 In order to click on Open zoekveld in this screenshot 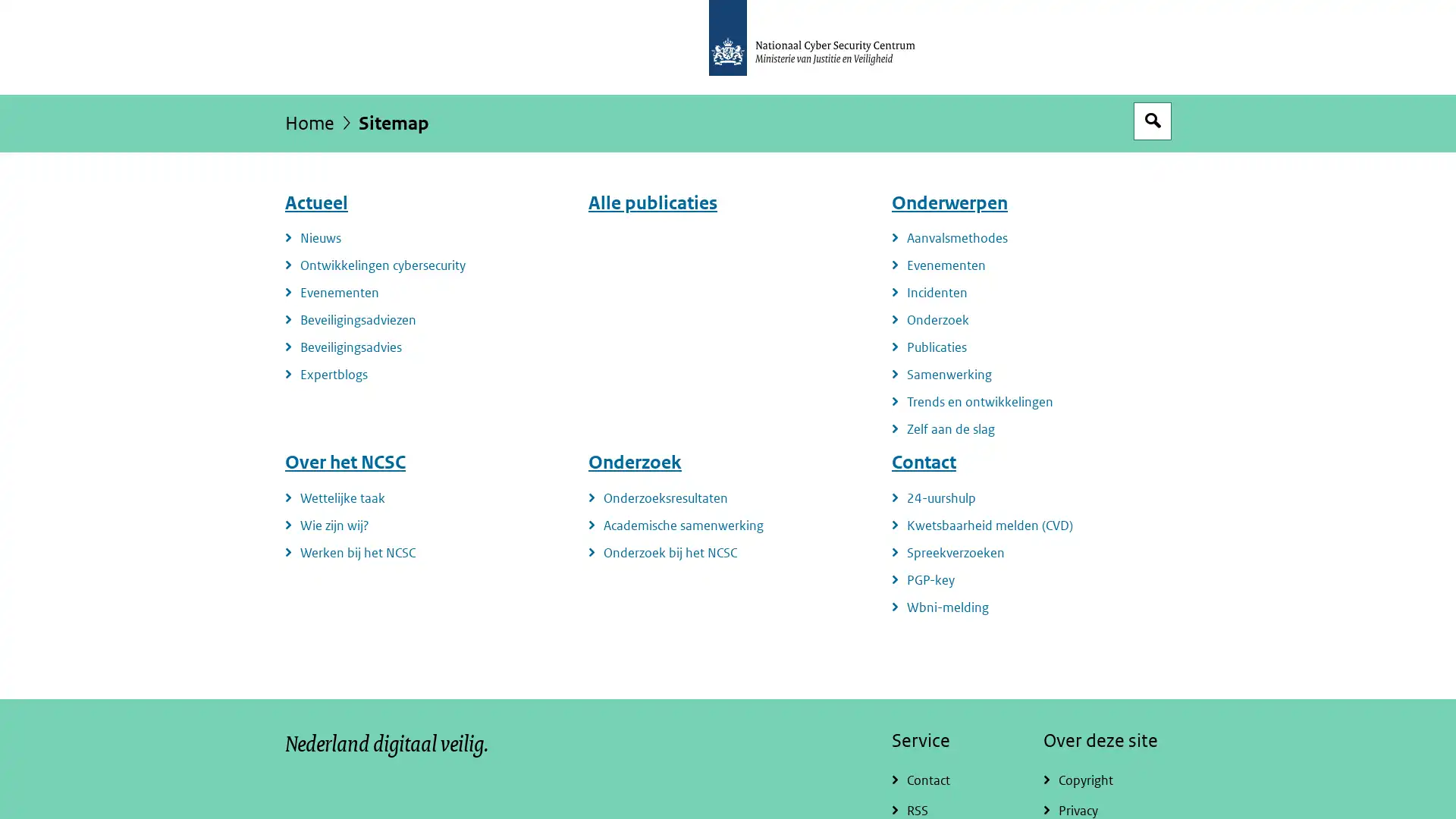, I will do `click(1153, 120)`.